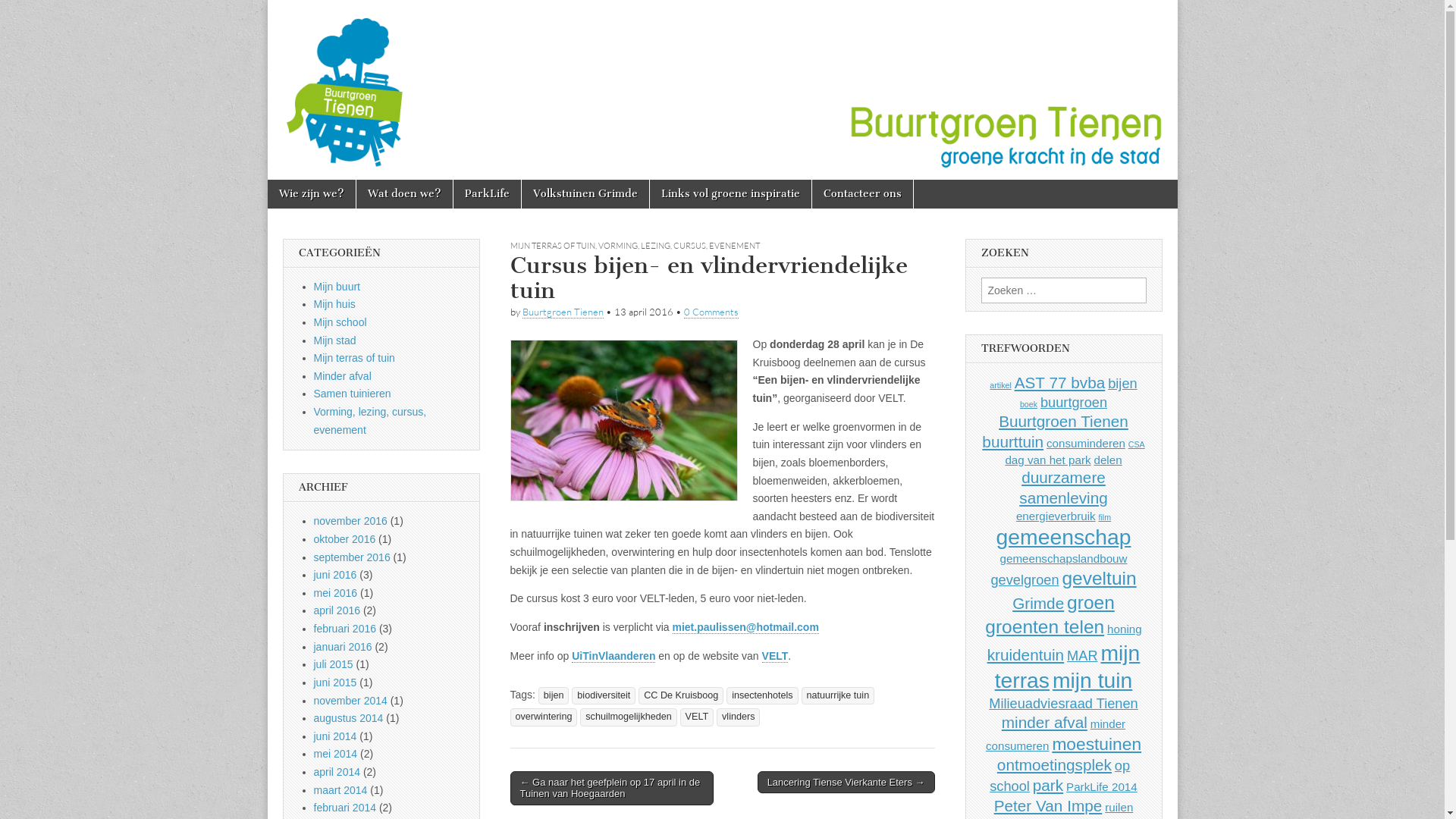 This screenshot has width=1456, height=819. Describe the element at coordinates (861, 193) in the screenshot. I see `'Contacteer ons'` at that location.